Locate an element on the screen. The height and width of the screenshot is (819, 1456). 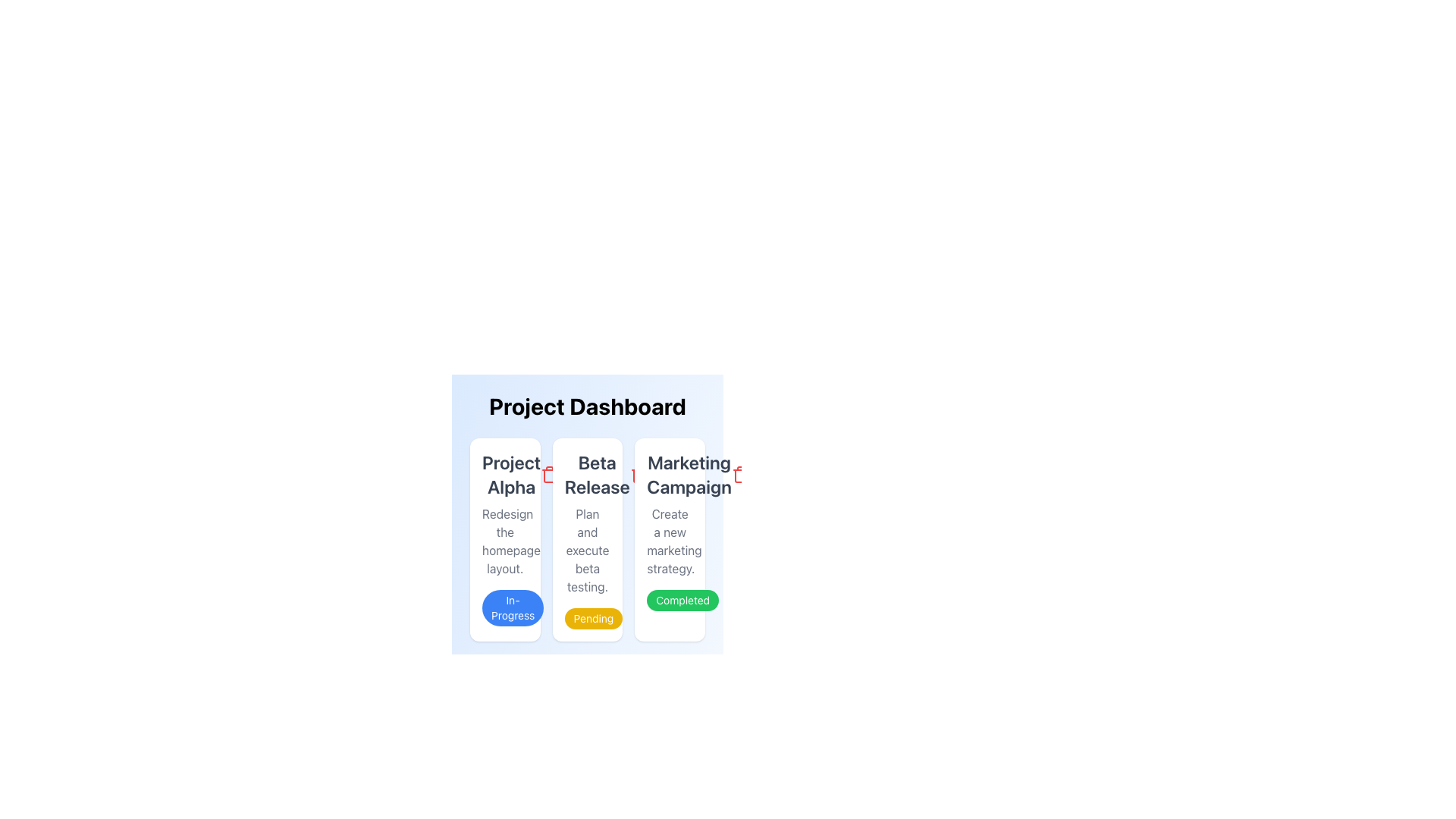
the Text heading element that serves as the header for the dashboard section, located above the project cards labeled 'Project Alpha', 'Beta Release', and 'Marketing Campaign' is located at coordinates (586, 406).